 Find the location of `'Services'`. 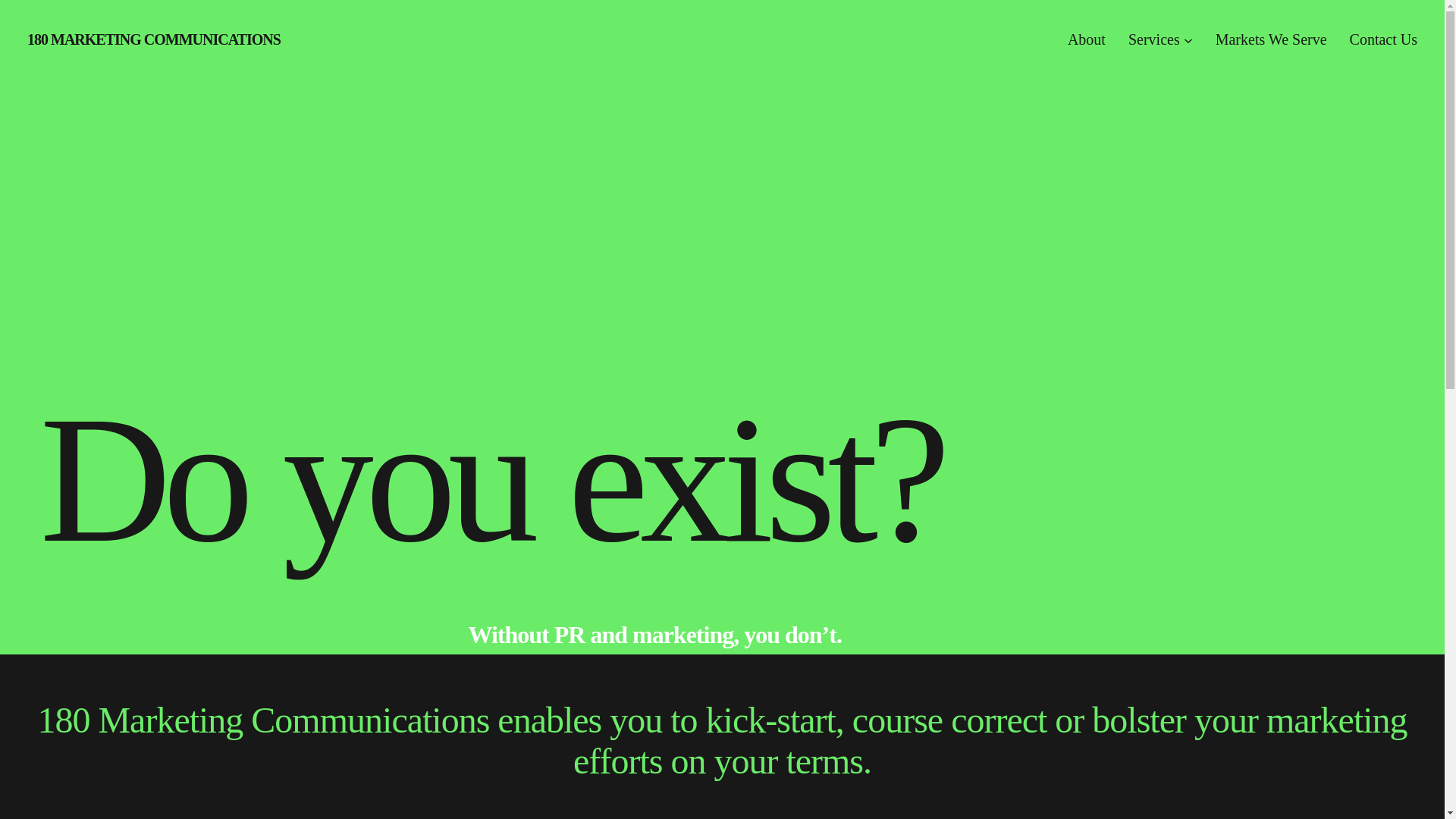

'Services' is located at coordinates (1128, 38).